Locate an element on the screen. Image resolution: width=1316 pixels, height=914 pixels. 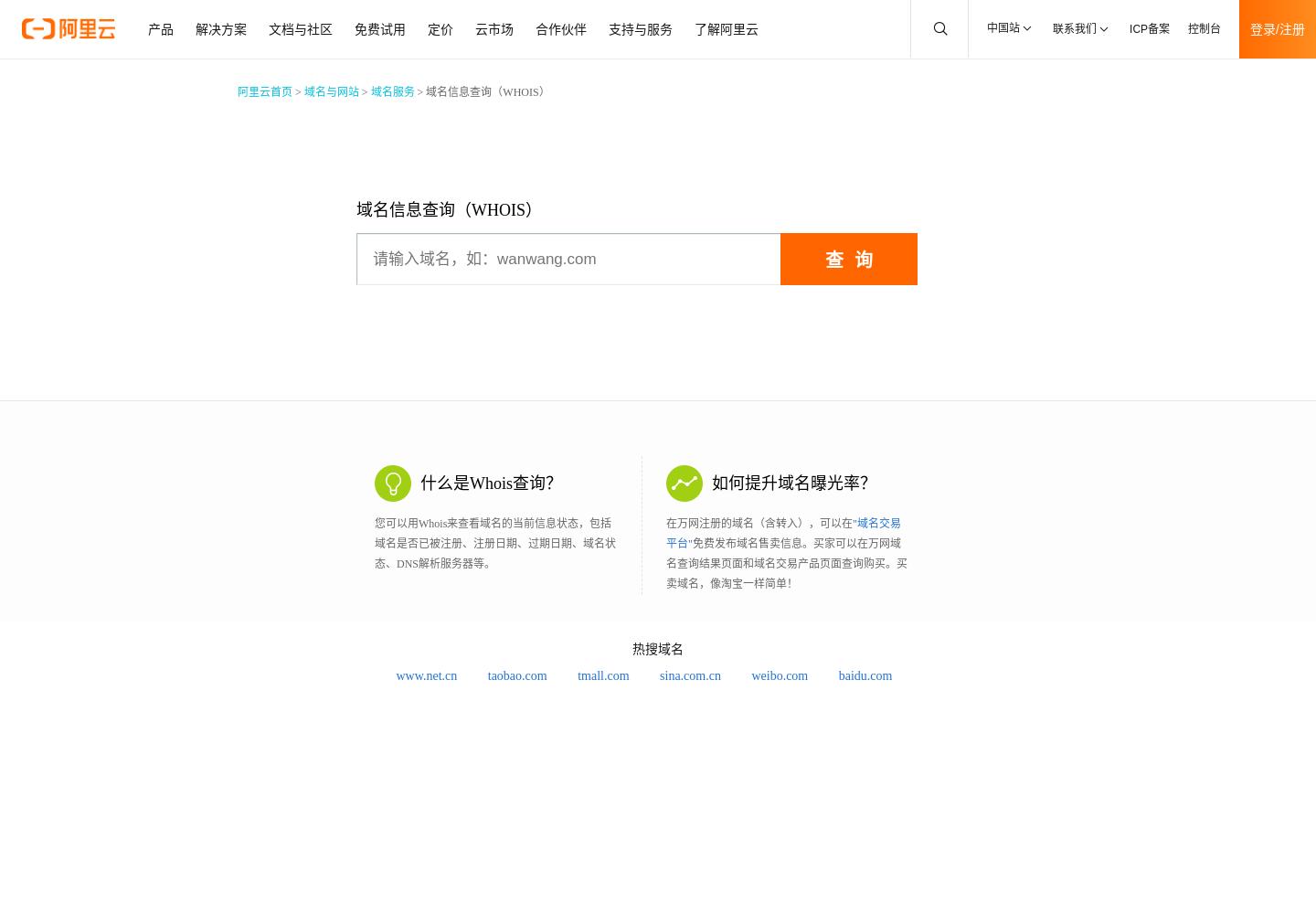
'sina.com.cn' is located at coordinates (659, 675).